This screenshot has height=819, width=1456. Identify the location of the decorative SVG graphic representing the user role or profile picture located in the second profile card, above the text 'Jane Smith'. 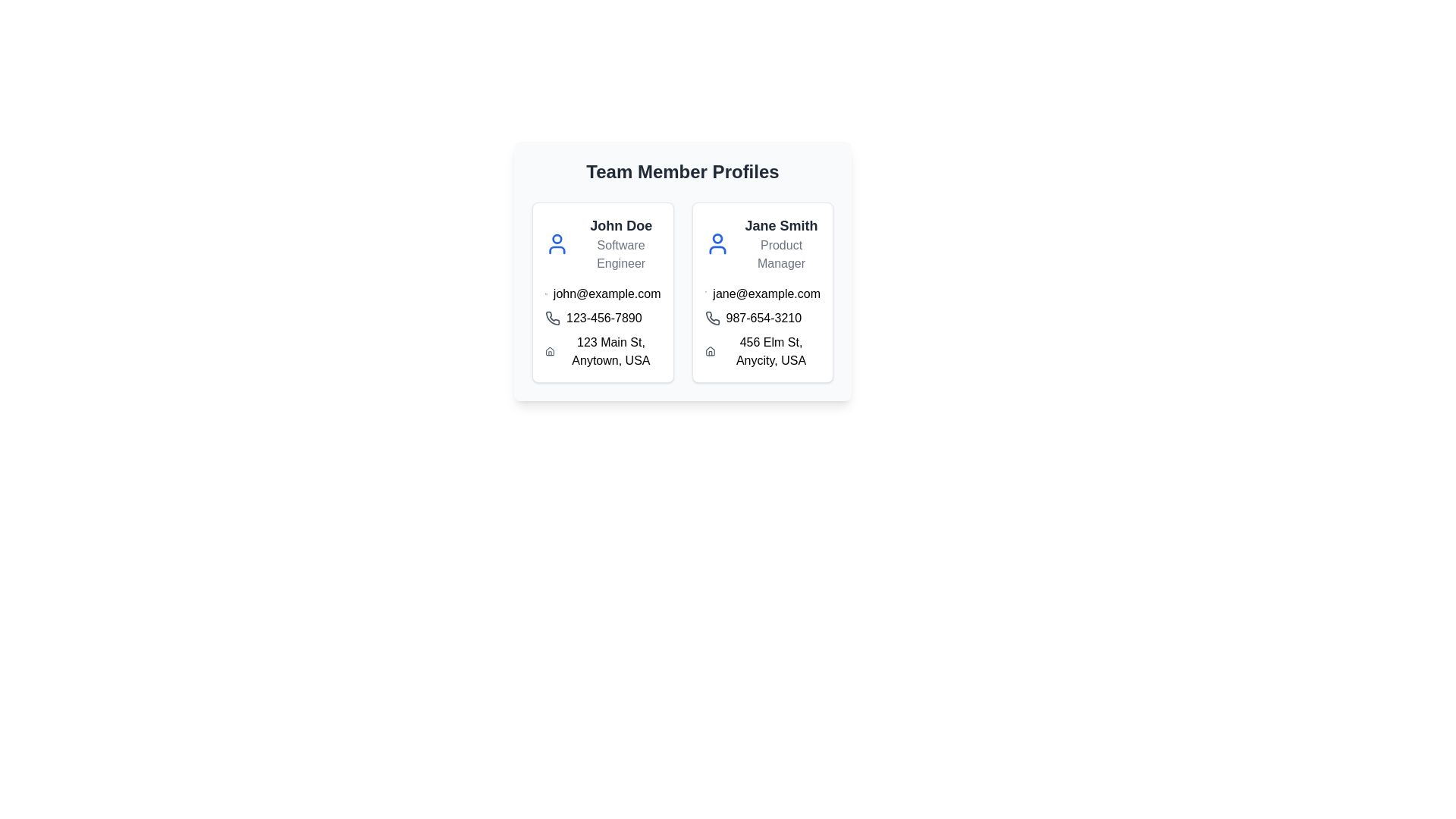
(717, 249).